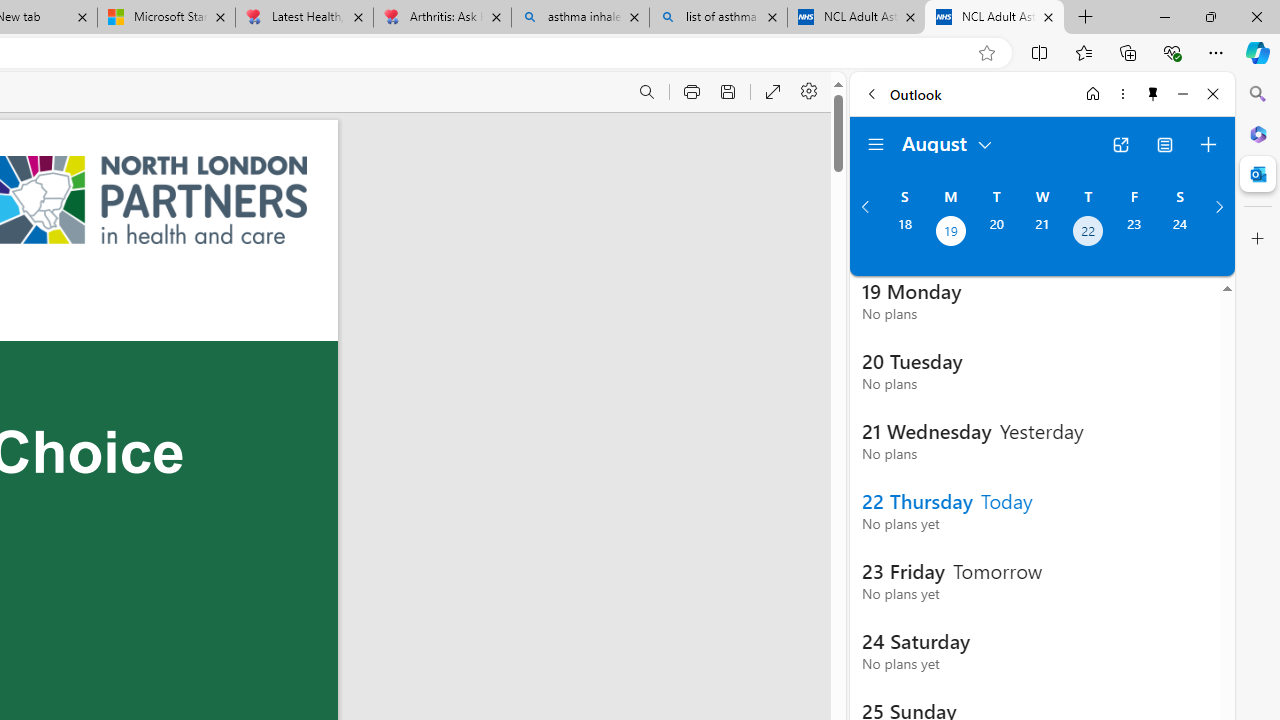  I want to click on 'Monday, August 19, 2024. Date selected. ', so click(949, 232).